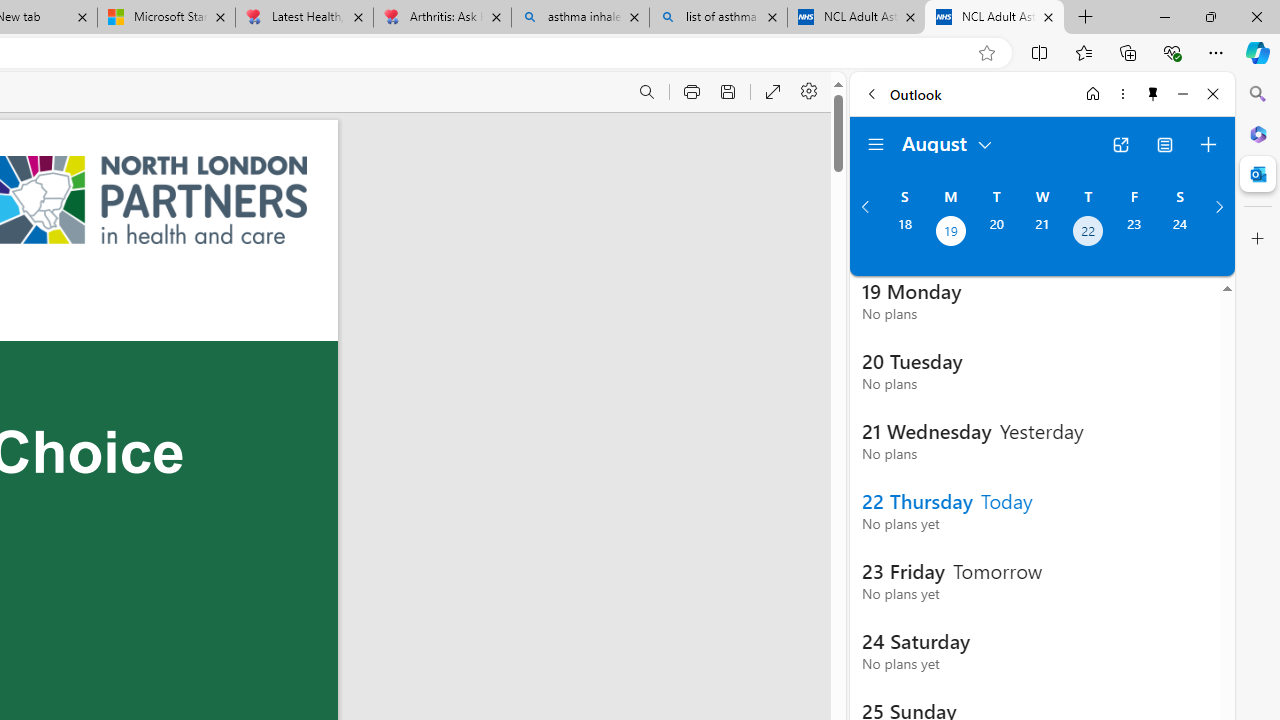  I want to click on 'Monday, August 19, 2024. Date selected. ', so click(949, 232).